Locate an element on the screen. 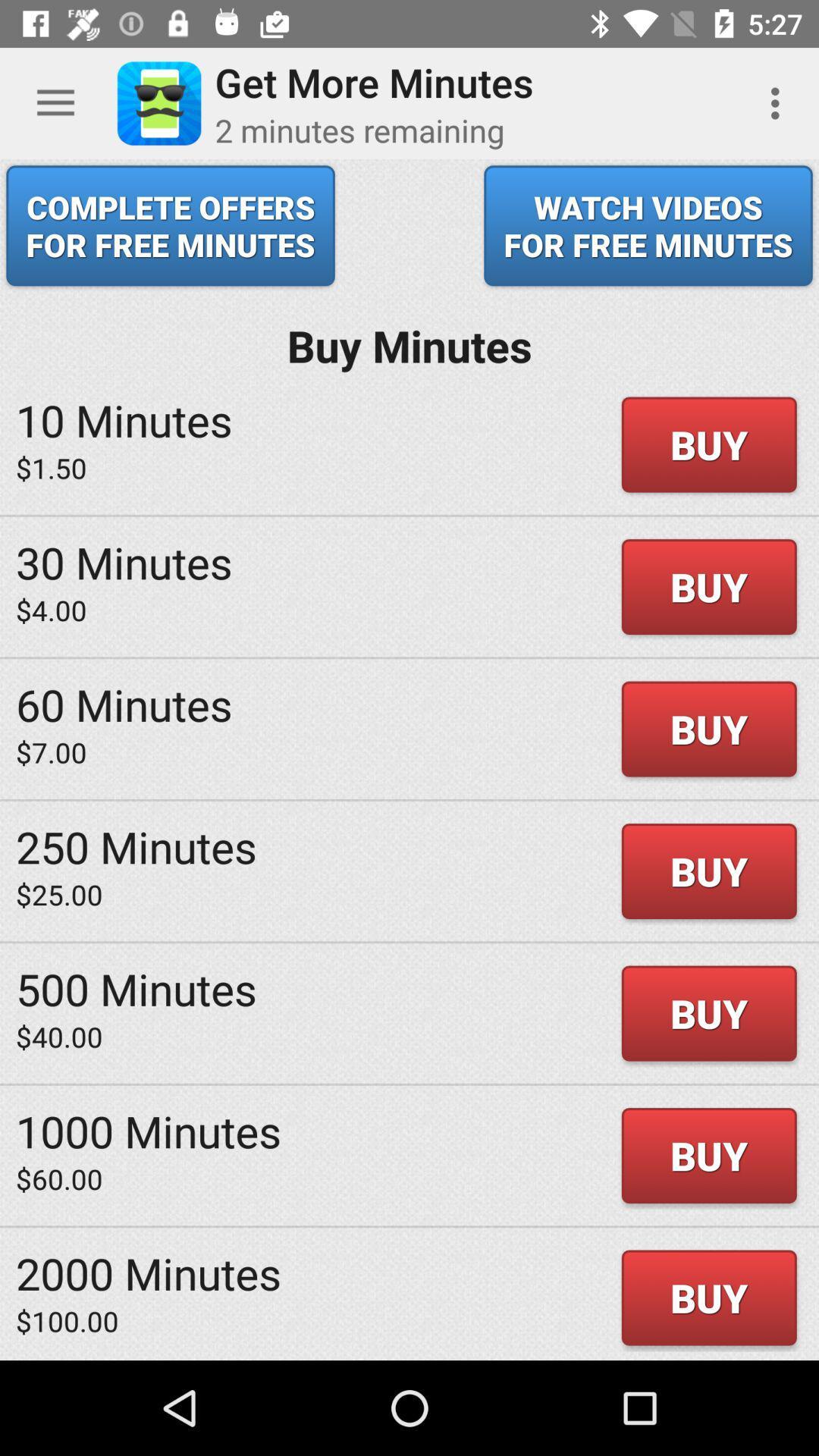 The image size is (819, 1456). the icon below $25.00 icon is located at coordinates (136, 988).